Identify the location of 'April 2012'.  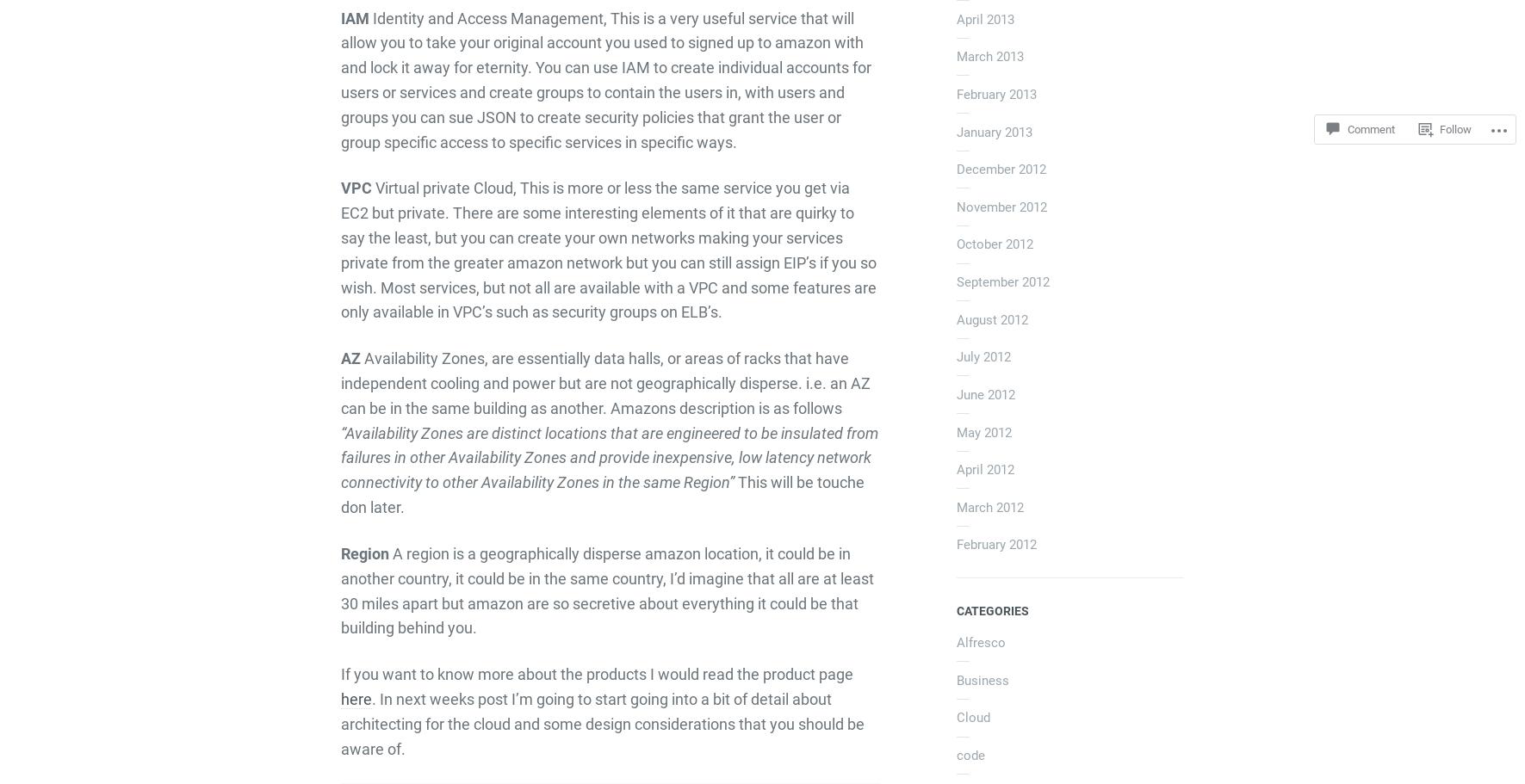
(955, 468).